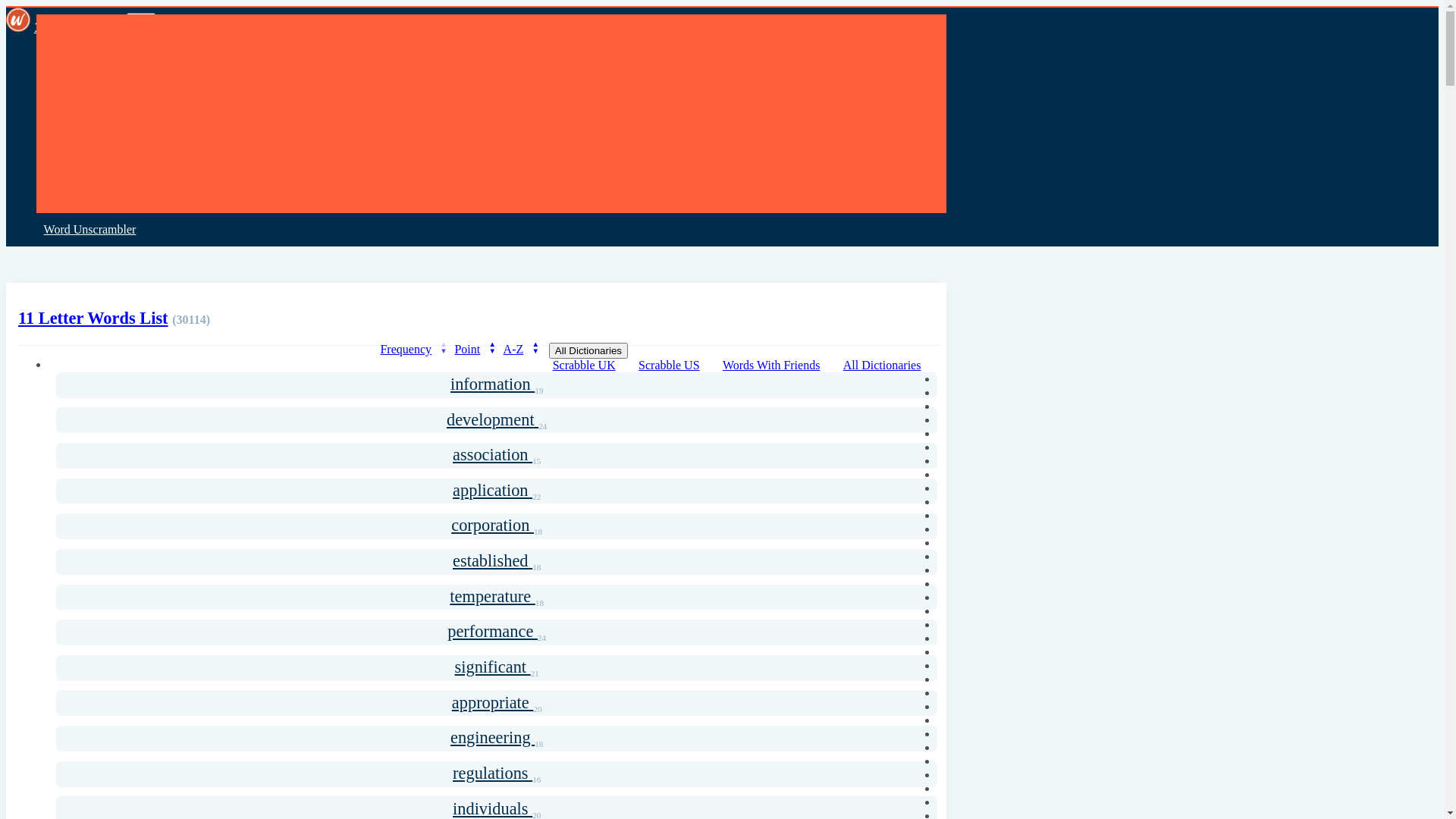  Describe the element at coordinates (415, 350) in the screenshot. I see `'Frequency'` at that location.